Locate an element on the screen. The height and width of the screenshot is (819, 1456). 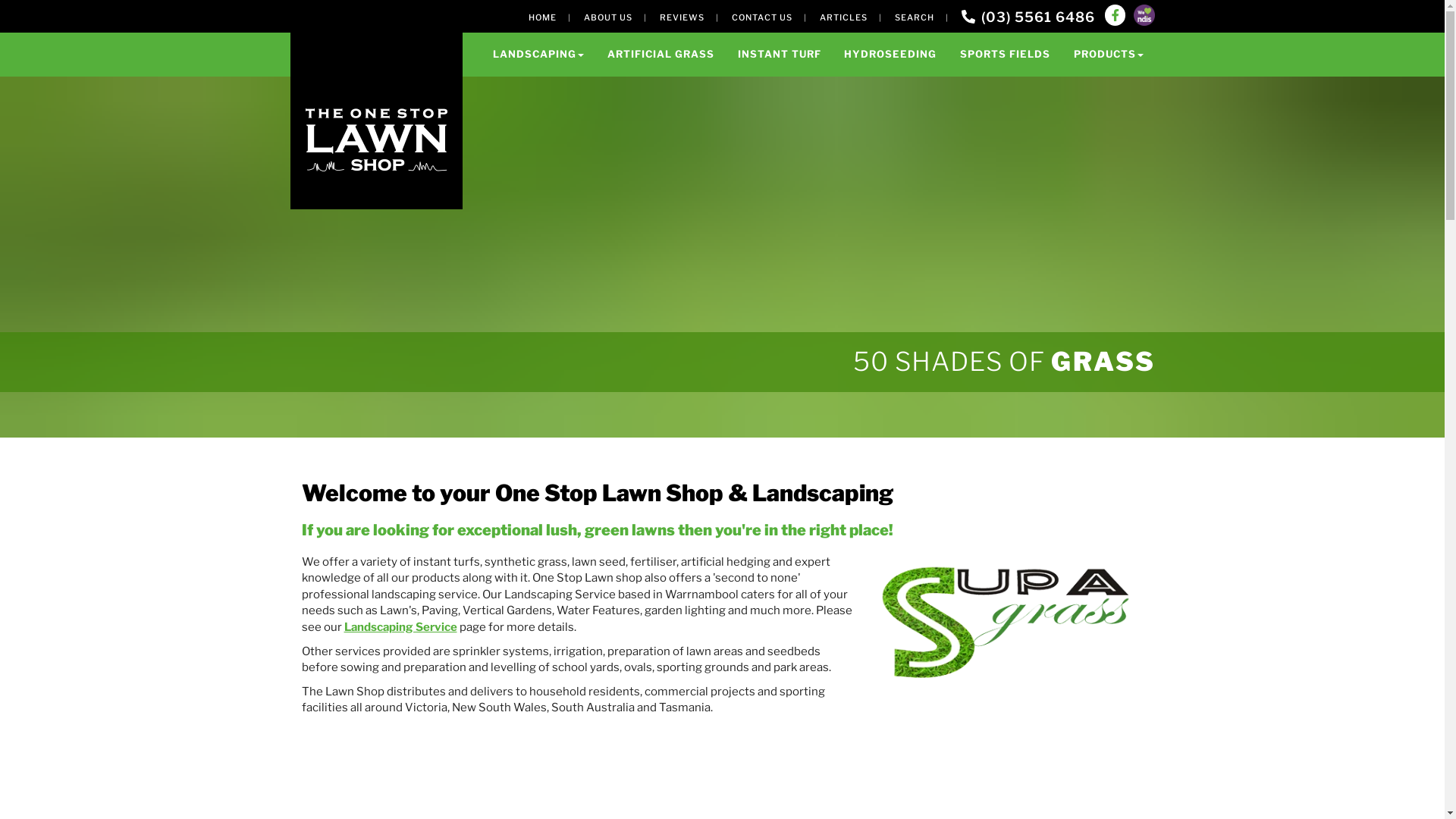
'INSTANT TURF' is located at coordinates (779, 54).